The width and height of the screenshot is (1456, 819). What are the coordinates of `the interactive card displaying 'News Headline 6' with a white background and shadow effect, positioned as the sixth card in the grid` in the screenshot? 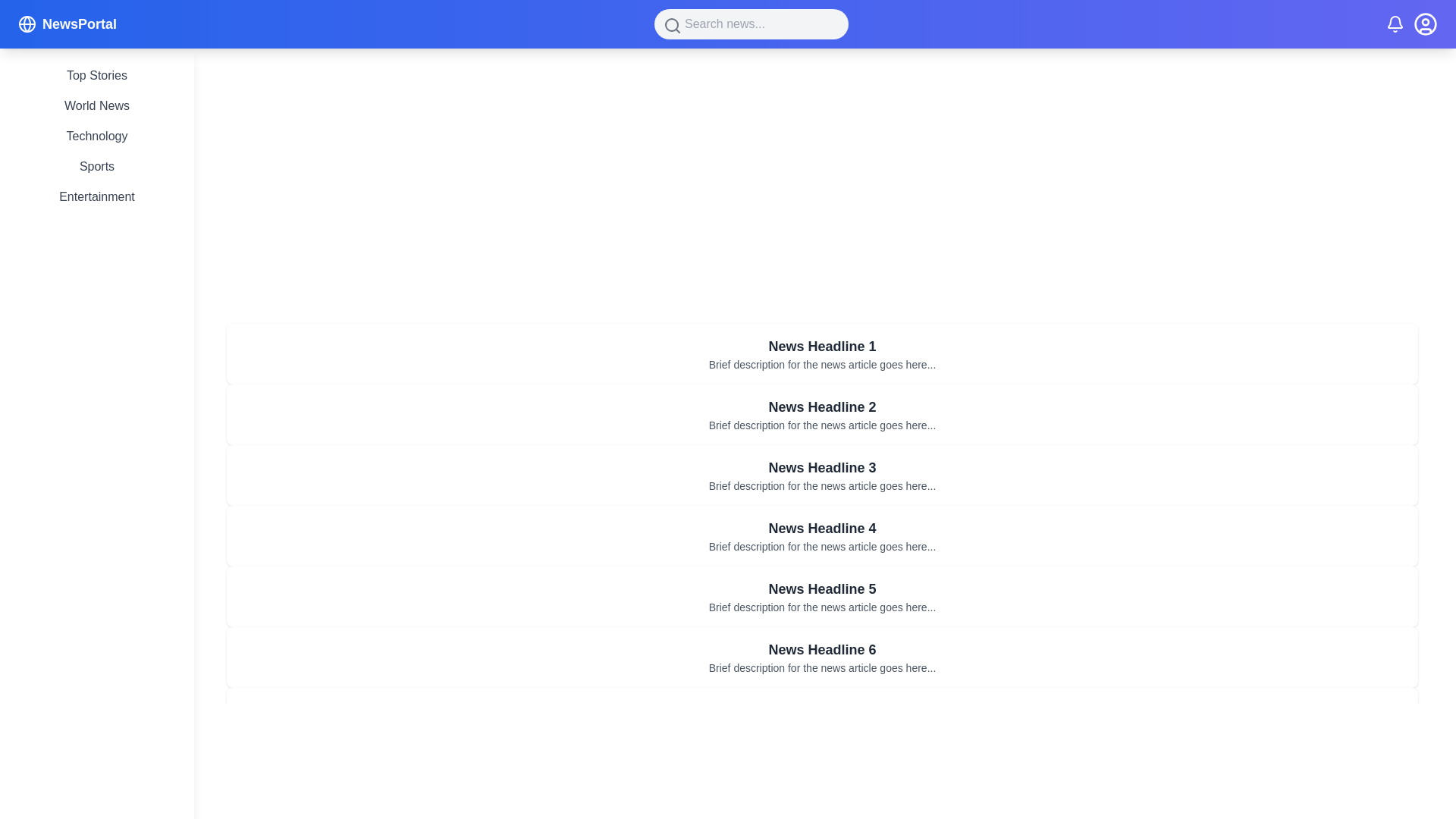 It's located at (821, 657).